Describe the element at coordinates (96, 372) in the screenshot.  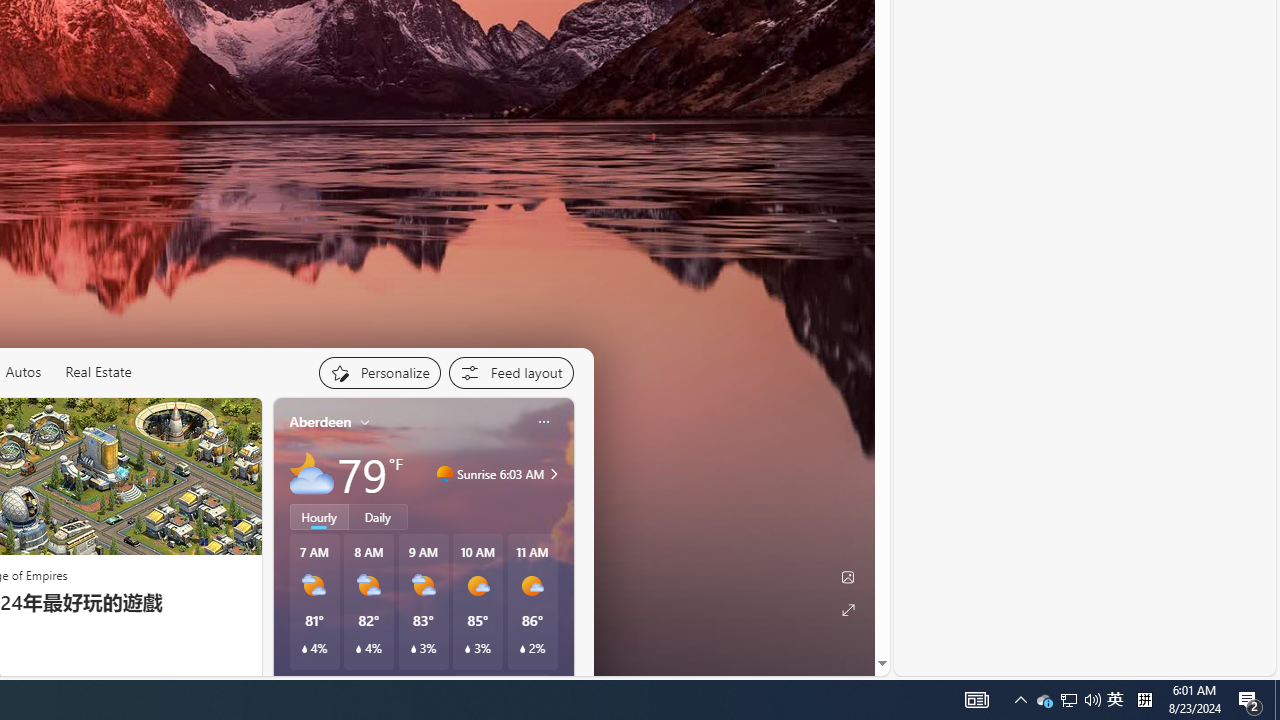
I see `'Real Estate'` at that location.